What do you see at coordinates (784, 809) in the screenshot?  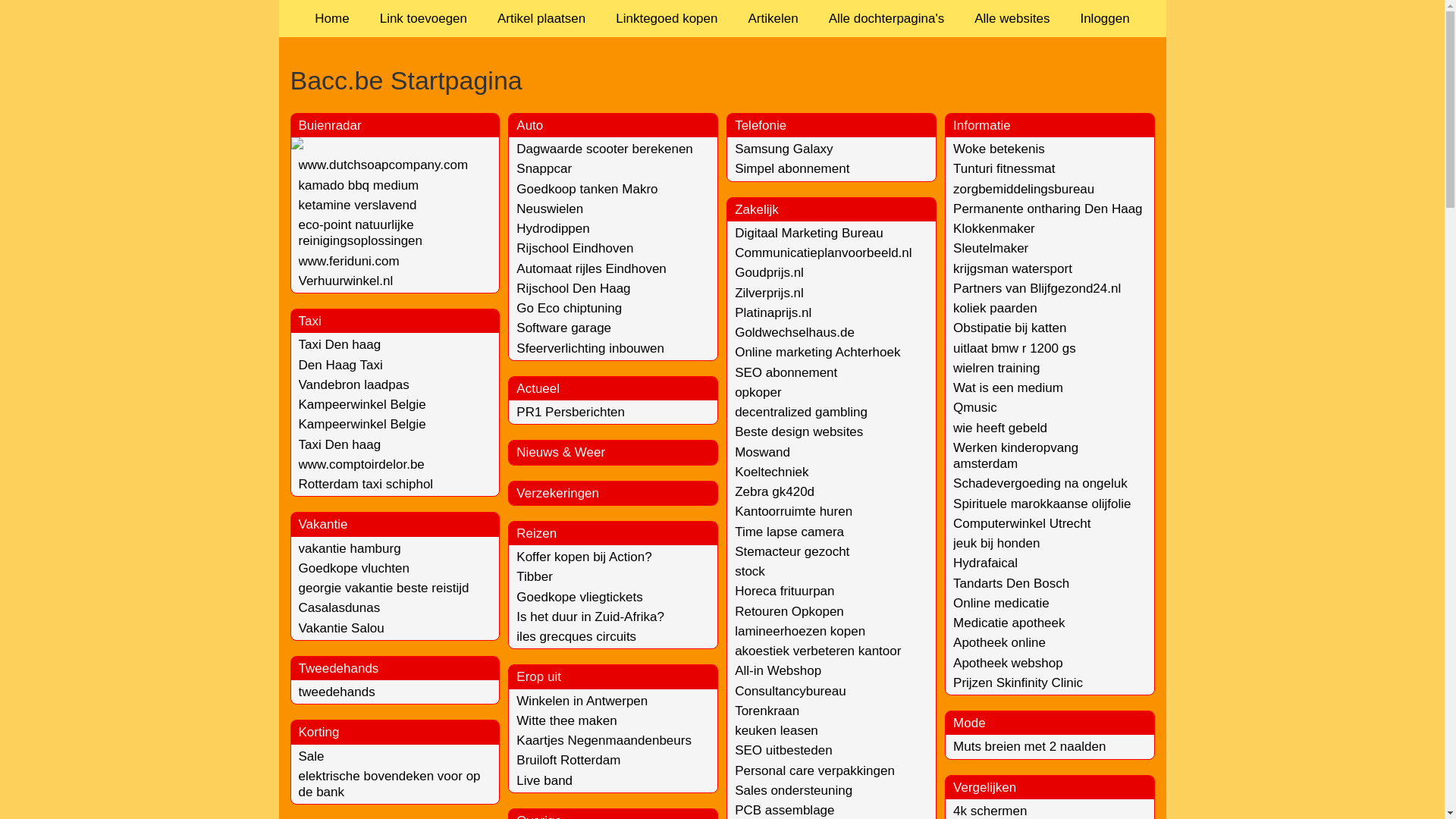 I see `'PCB assemblage'` at bounding box center [784, 809].